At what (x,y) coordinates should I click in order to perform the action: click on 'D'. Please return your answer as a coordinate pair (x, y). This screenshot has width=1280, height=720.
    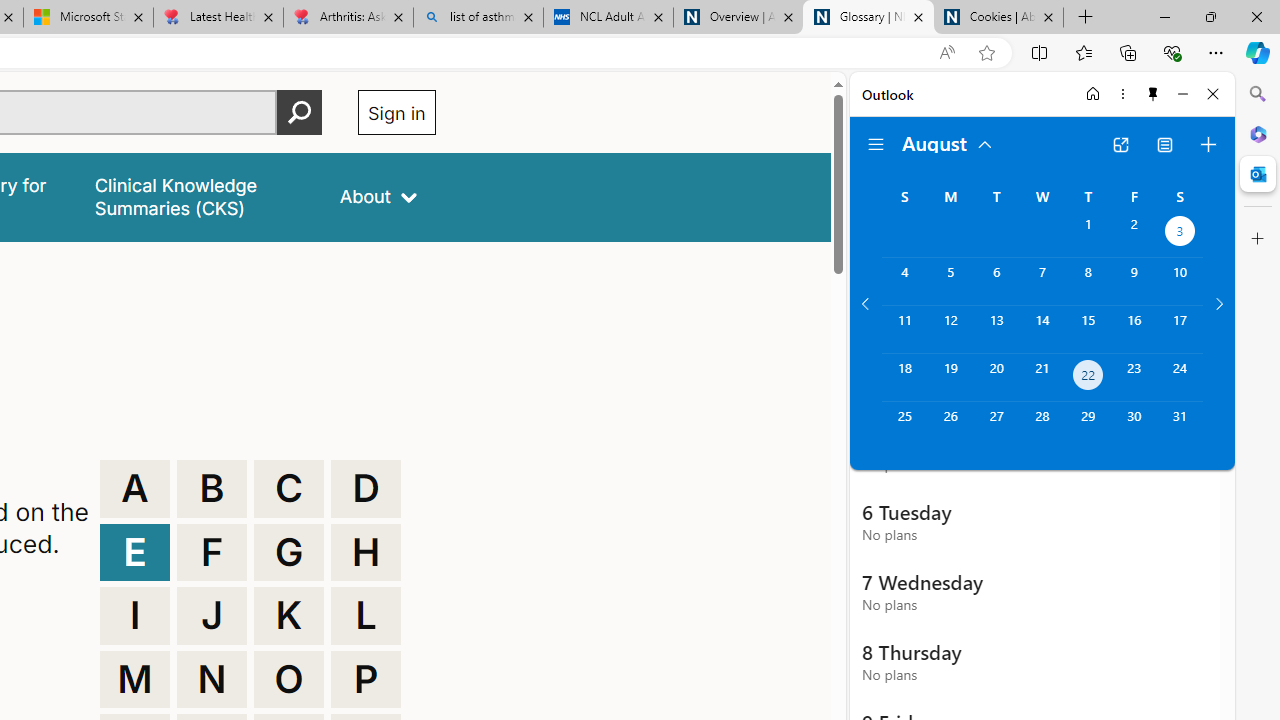
    Looking at the image, I should click on (366, 488).